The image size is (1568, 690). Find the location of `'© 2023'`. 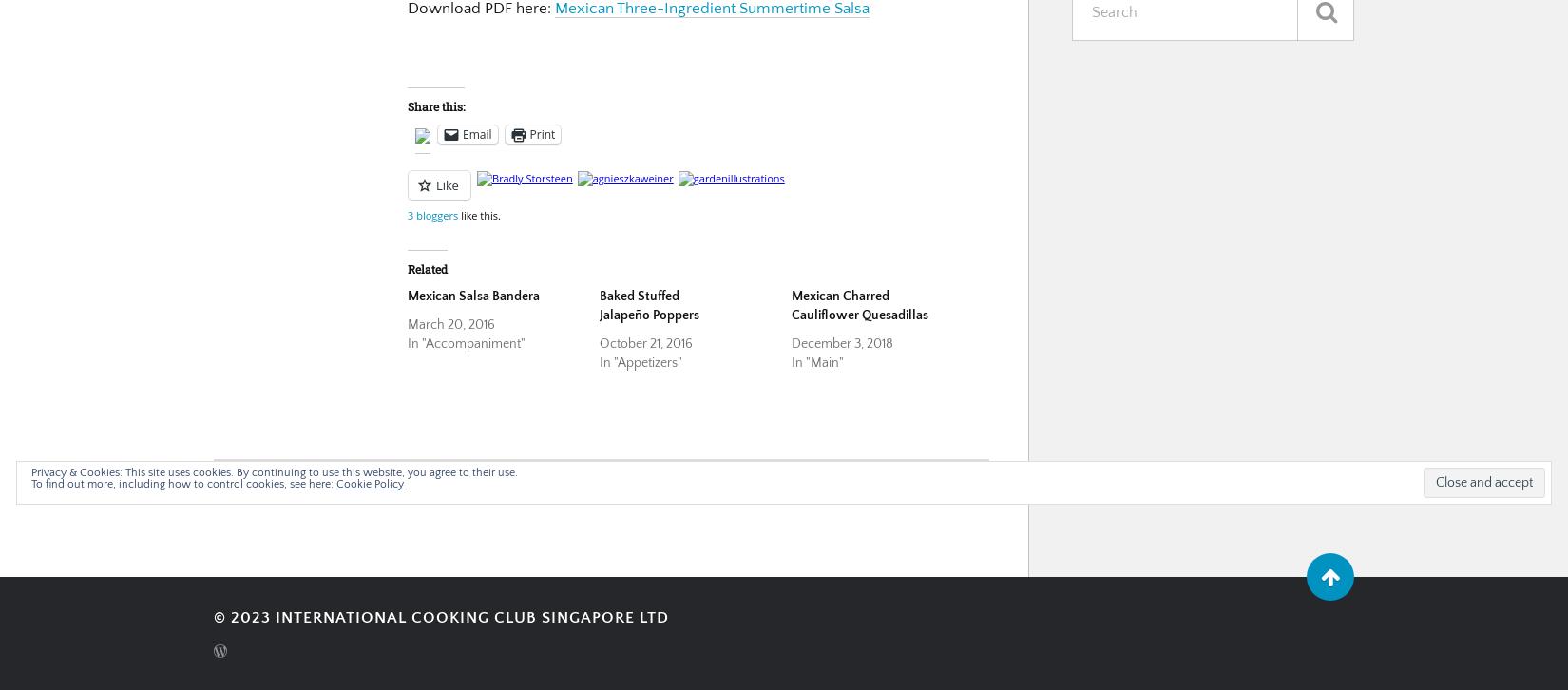

'© 2023' is located at coordinates (244, 615).